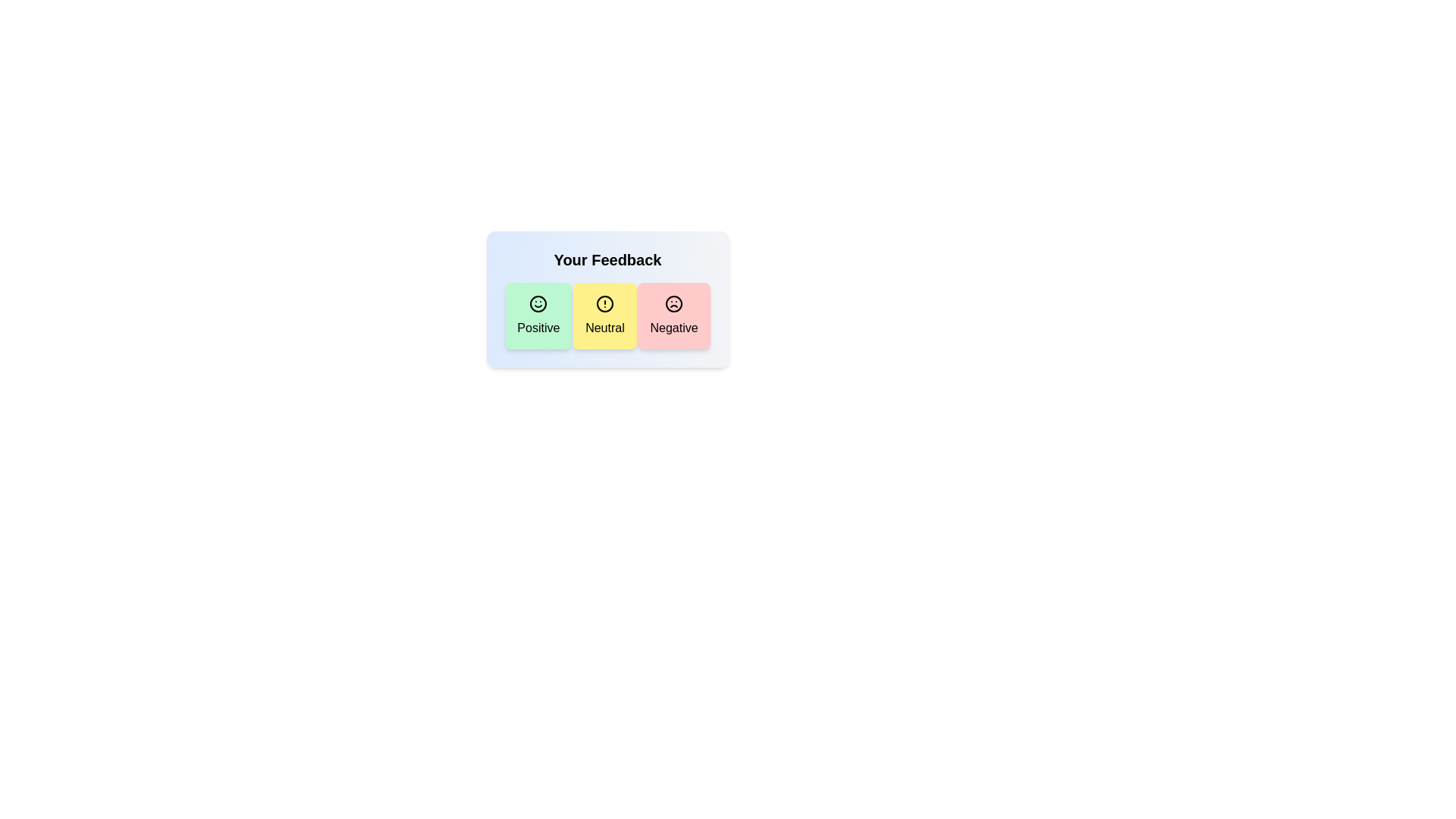  I want to click on the 'Neutral' feedback button located under the 'Your Feedback' heading, positioned between the 'Positive' and 'Negative' options, so click(607, 299).